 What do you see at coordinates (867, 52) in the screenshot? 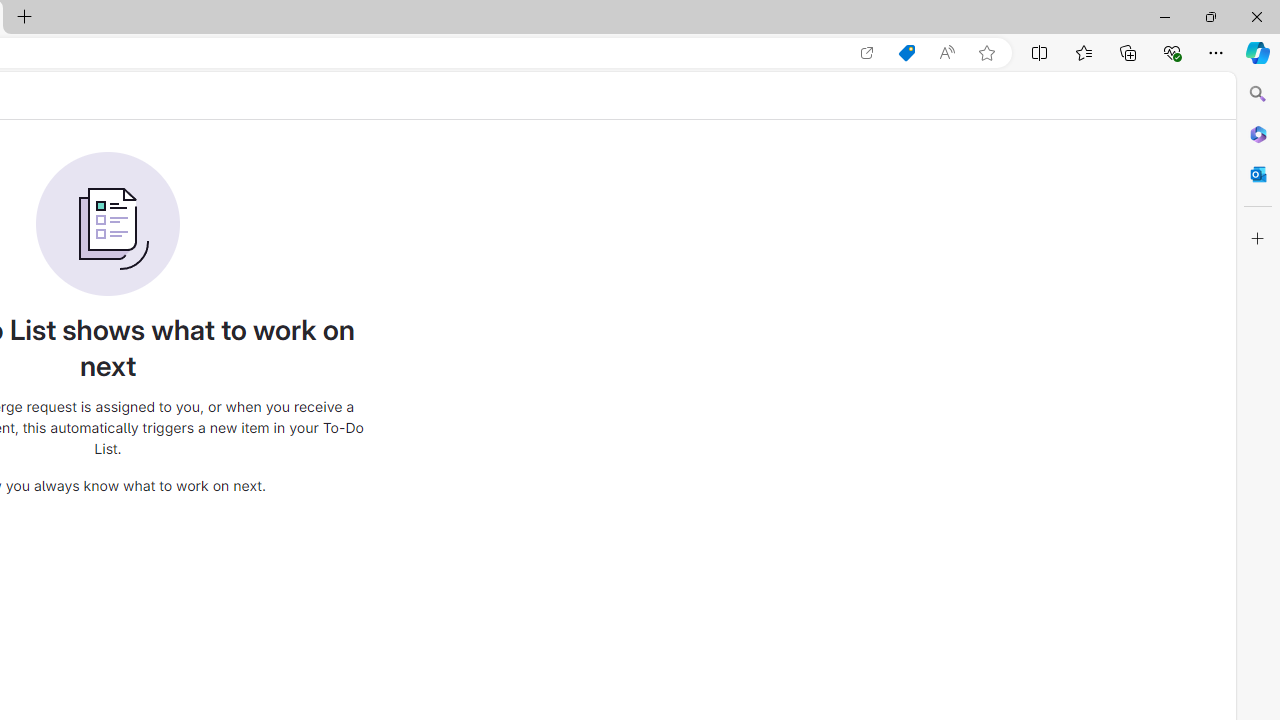
I see `'Open in app'` at bounding box center [867, 52].